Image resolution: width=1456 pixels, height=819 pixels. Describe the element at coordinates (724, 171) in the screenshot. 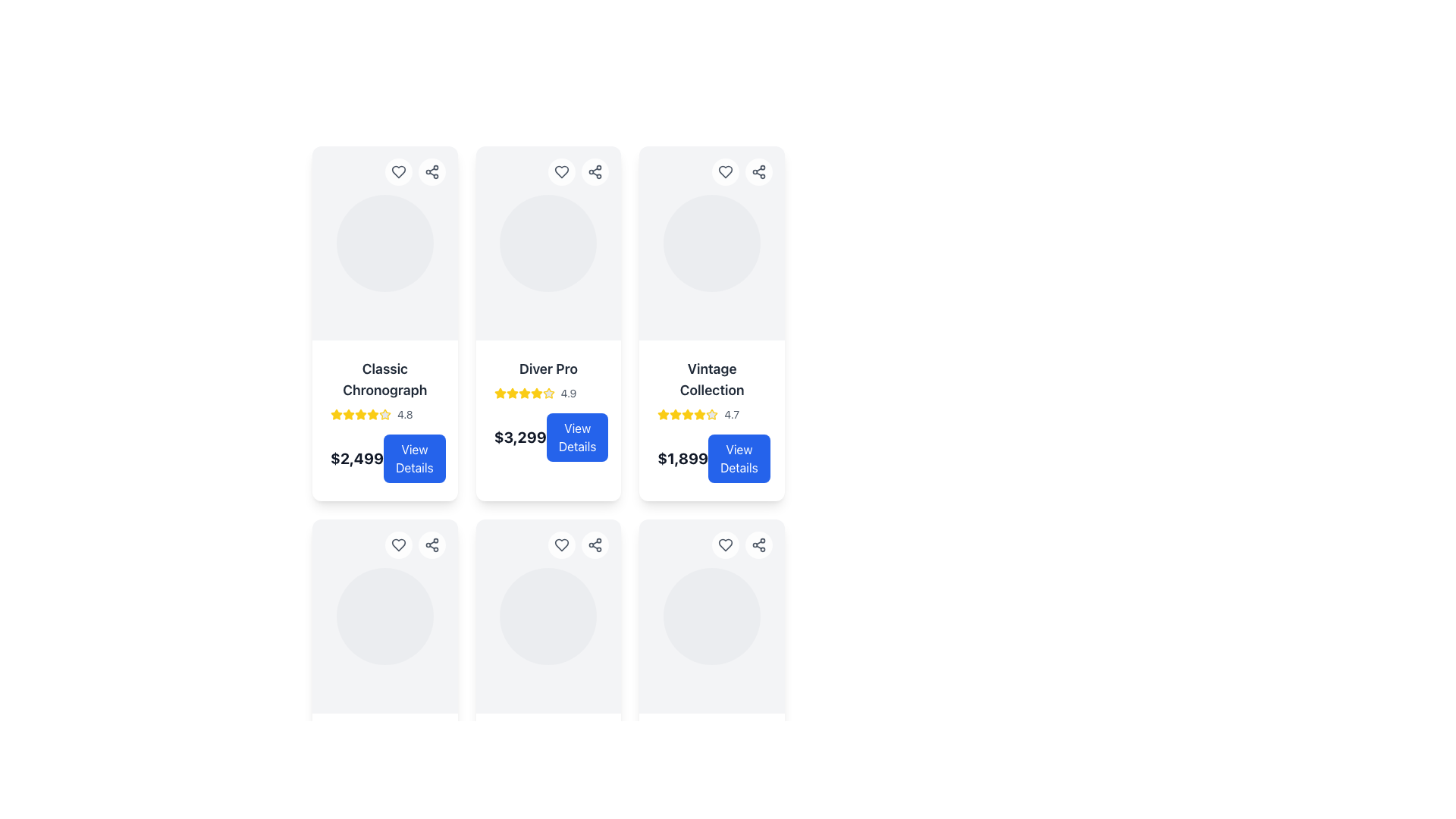

I see `the heart icon in the top-right corner of the third card to change its color` at that location.